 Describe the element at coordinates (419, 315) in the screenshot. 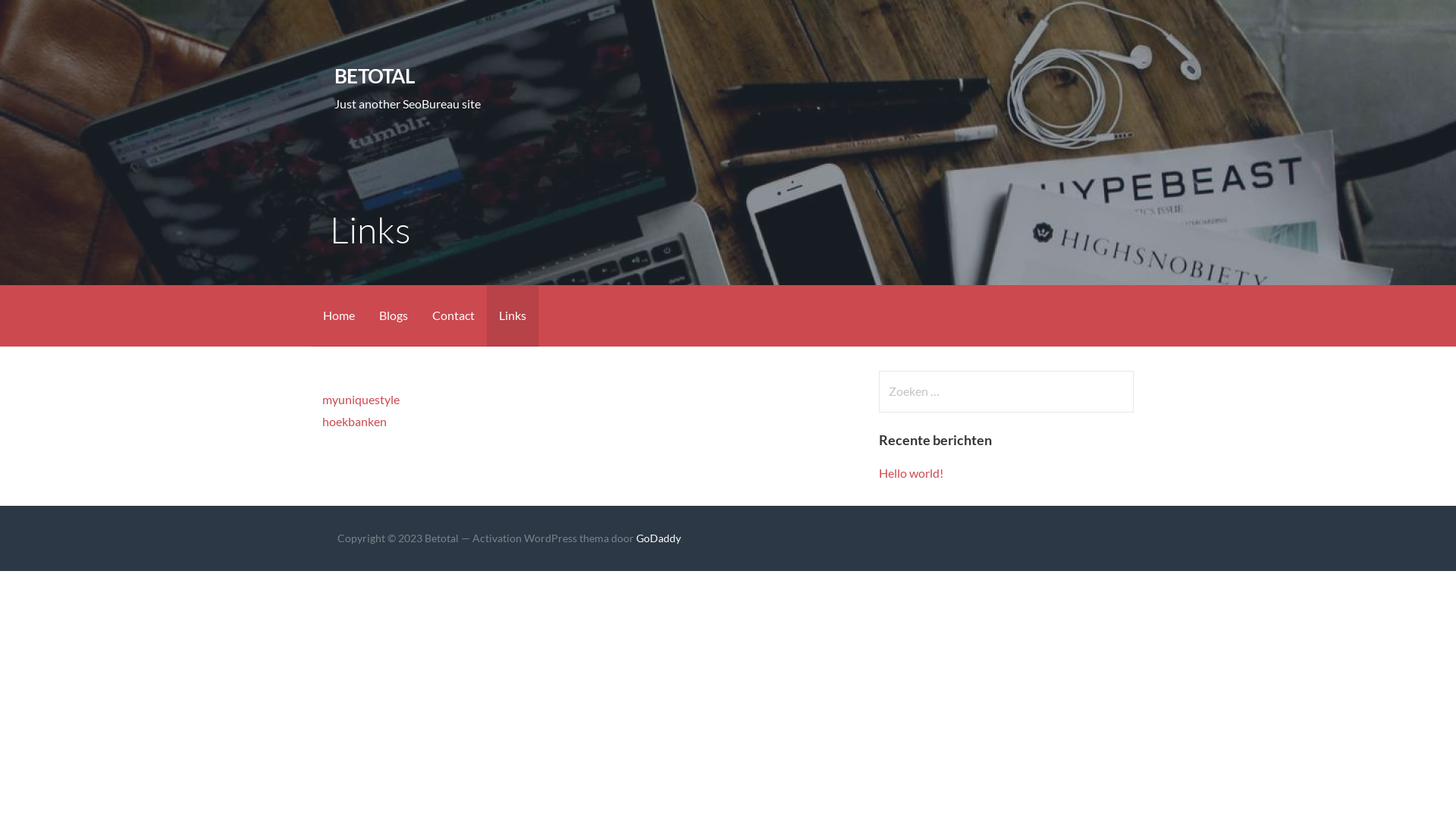

I see `'Contact'` at that location.